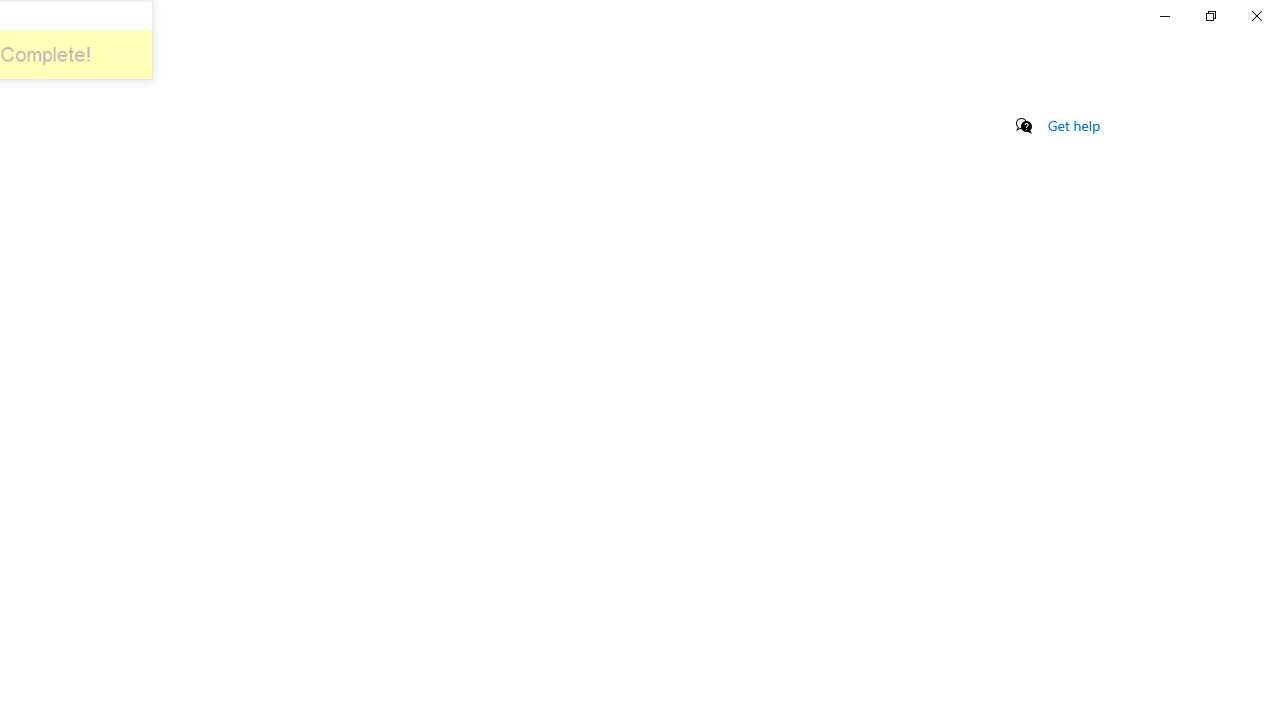 This screenshot has height=720, width=1280. What do you see at coordinates (1073, 125) in the screenshot?
I see `'Get help'` at bounding box center [1073, 125].